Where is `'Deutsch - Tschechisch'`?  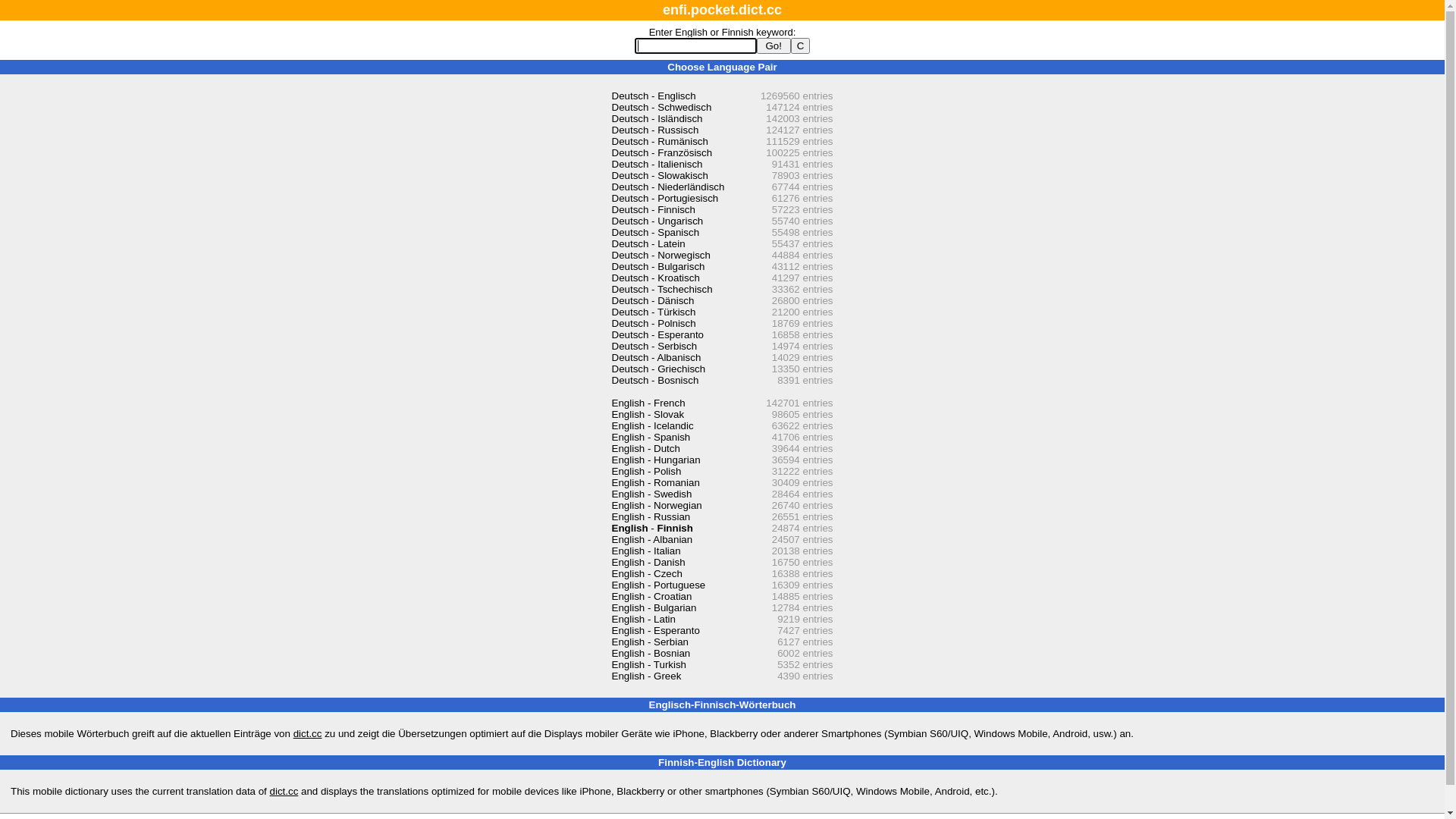
'Deutsch - Tschechisch' is located at coordinates (661, 289).